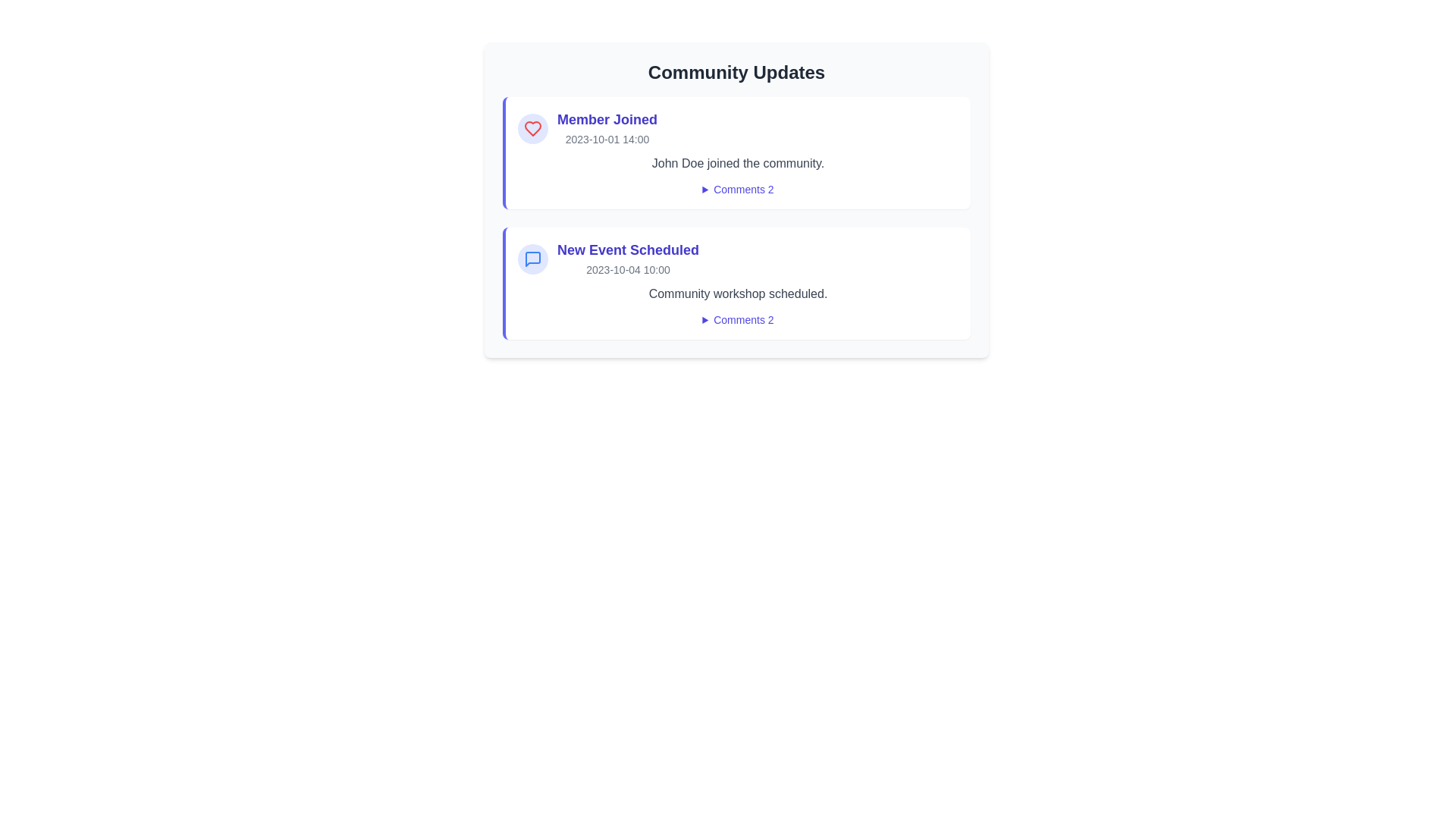 The image size is (1456, 819). What do you see at coordinates (538, 245) in the screenshot?
I see `the SVG-based icon located at the bottom right of the 'New Event Scheduled' entry to indicate a navigational affordance` at bounding box center [538, 245].